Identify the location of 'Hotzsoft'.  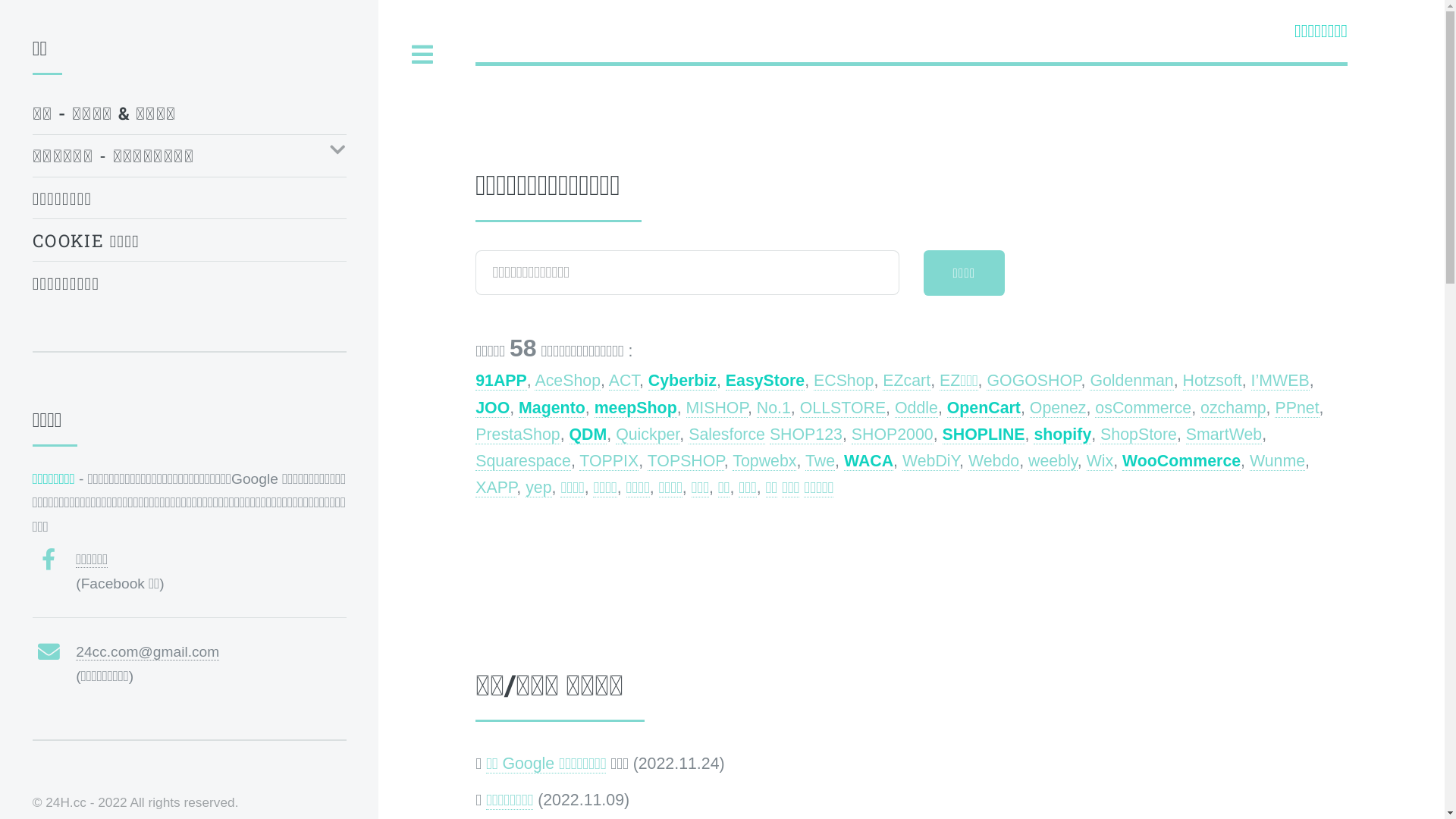
(1211, 380).